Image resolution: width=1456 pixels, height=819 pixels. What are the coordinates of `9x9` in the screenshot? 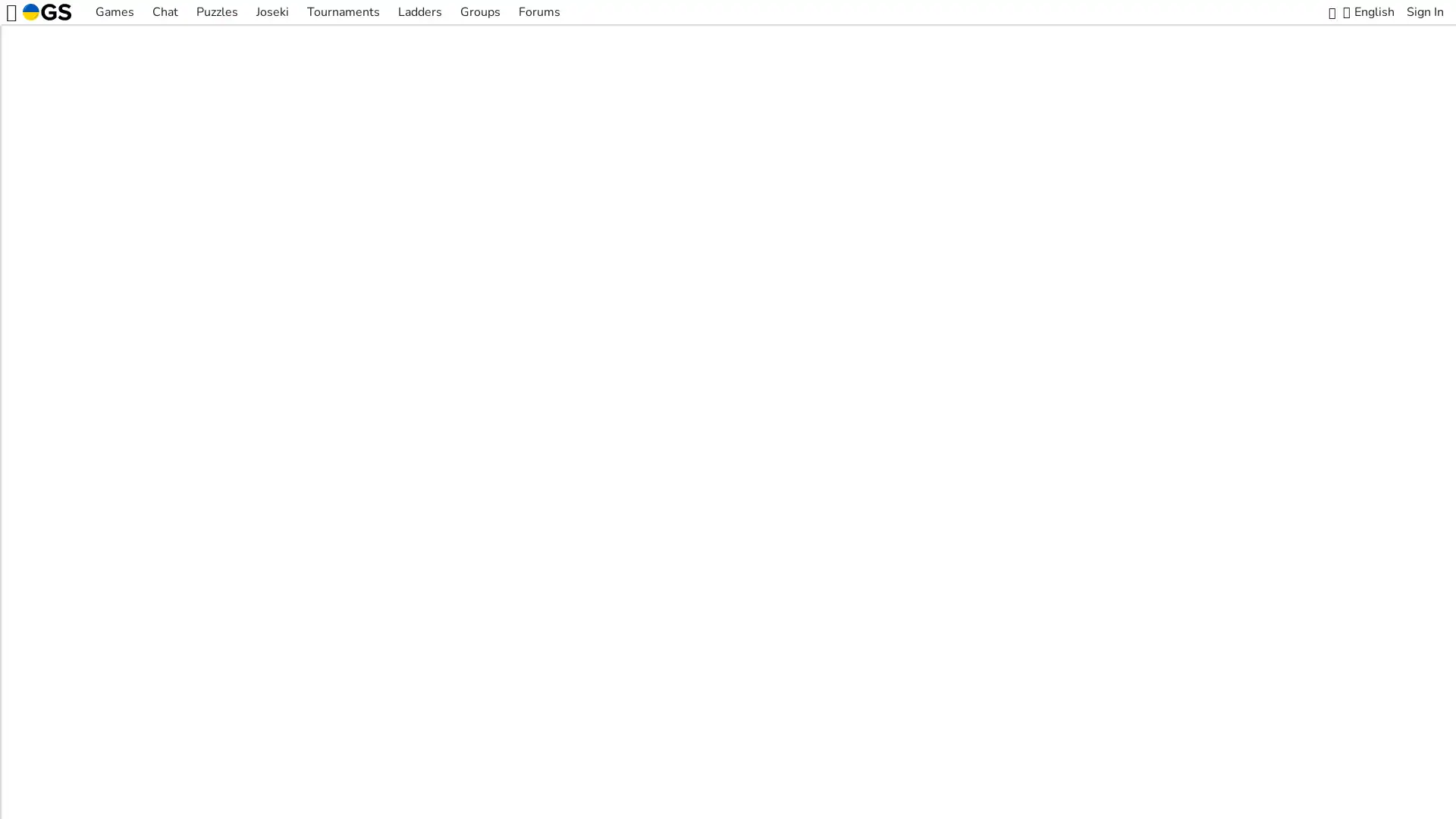 It's located at (640, 598).